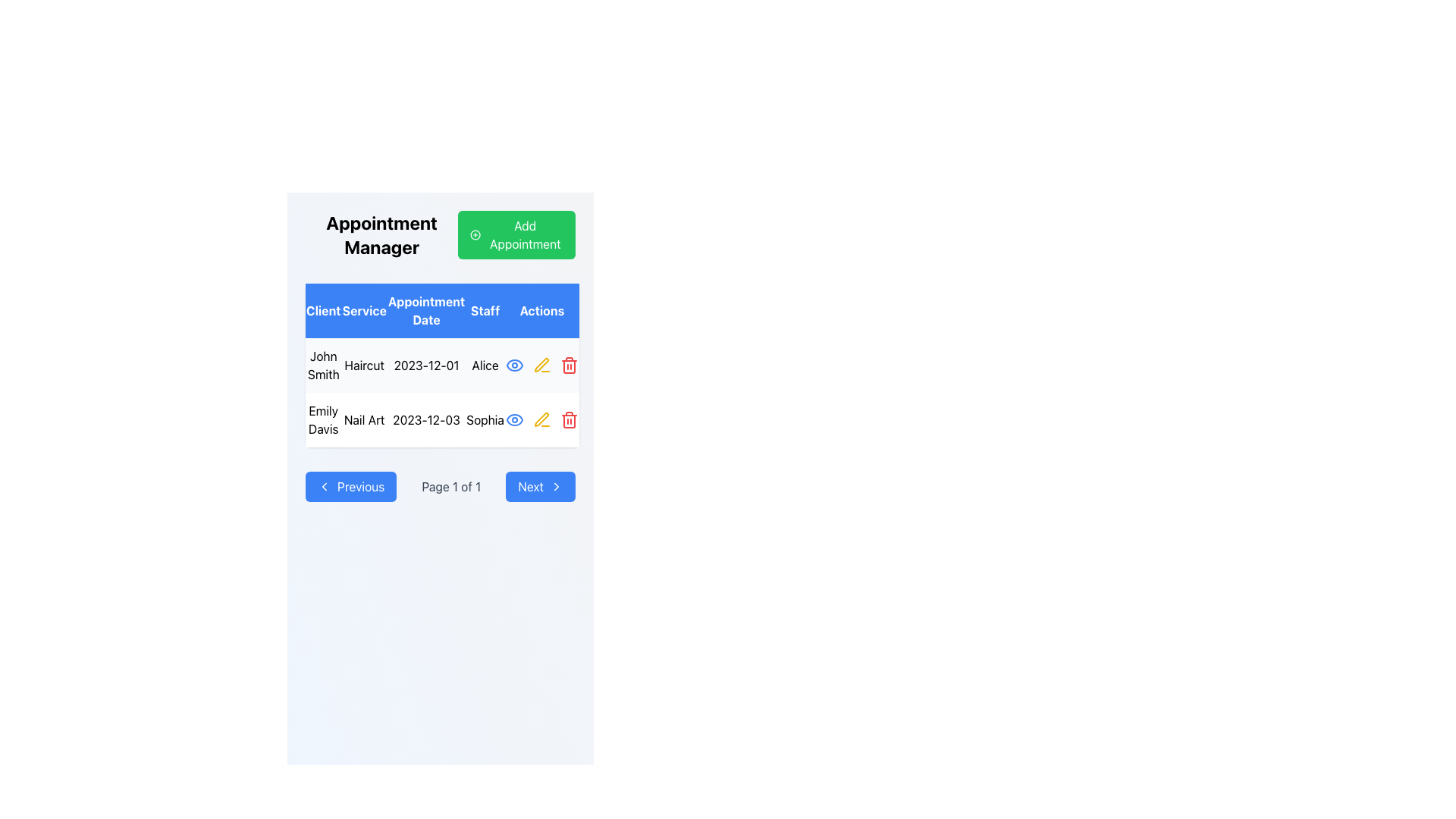  Describe the element at coordinates (541, 419) in the screenshot. I see `the yellow pen icon in the Actions column of the second row in the data table` at that location.